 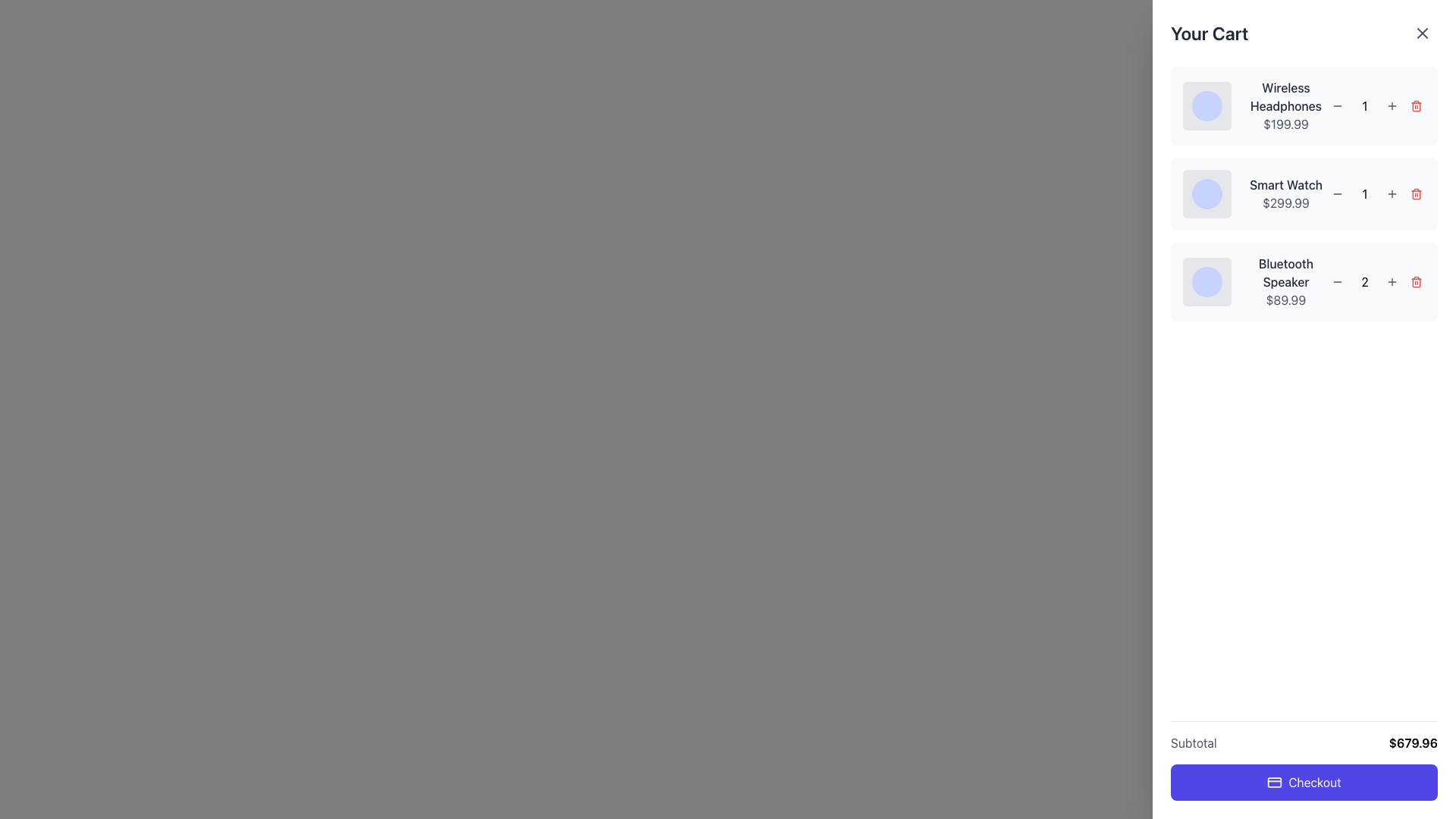 I want to click on the Text block that showcases product details in the shopping cart summary, positioned as the second list item between 'Wireless Headphones' and 'Bluetooth Speaker', so click(x=1285, y=193).